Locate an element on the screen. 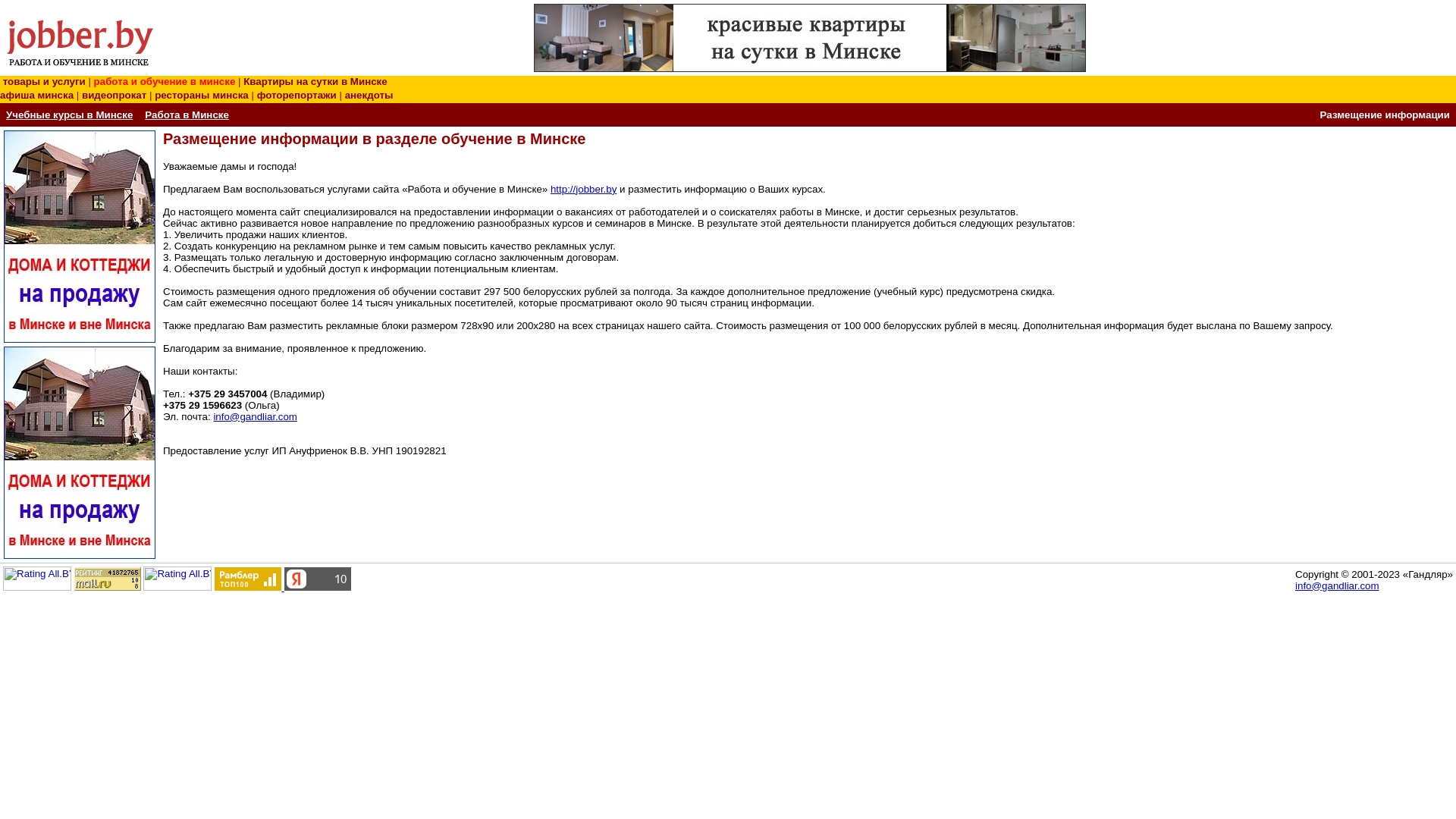 The image size is (1456, 819). 'http://jobber.by' is located at coordinates (582, 188).